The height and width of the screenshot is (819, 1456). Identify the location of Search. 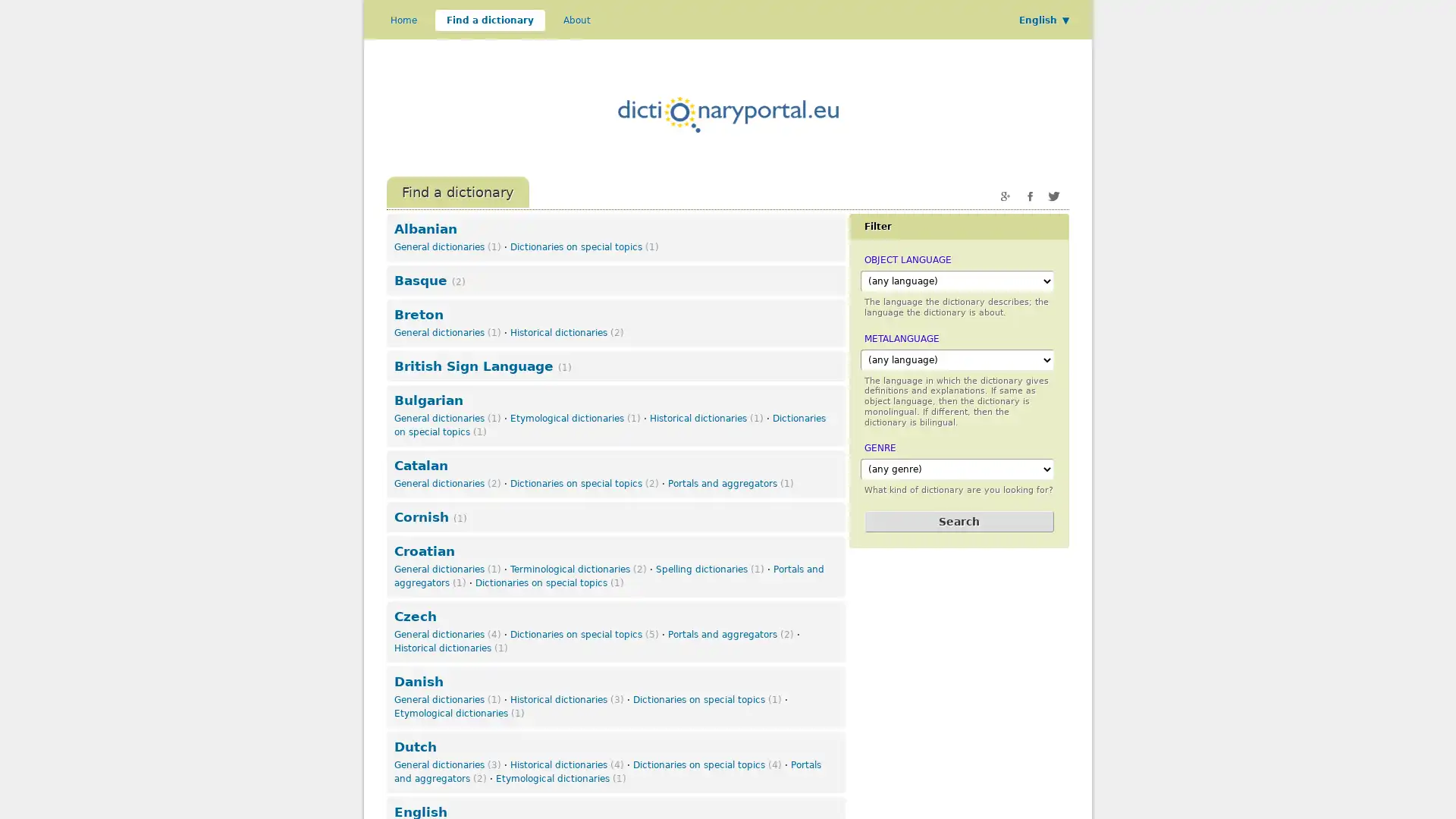
(959, 520).